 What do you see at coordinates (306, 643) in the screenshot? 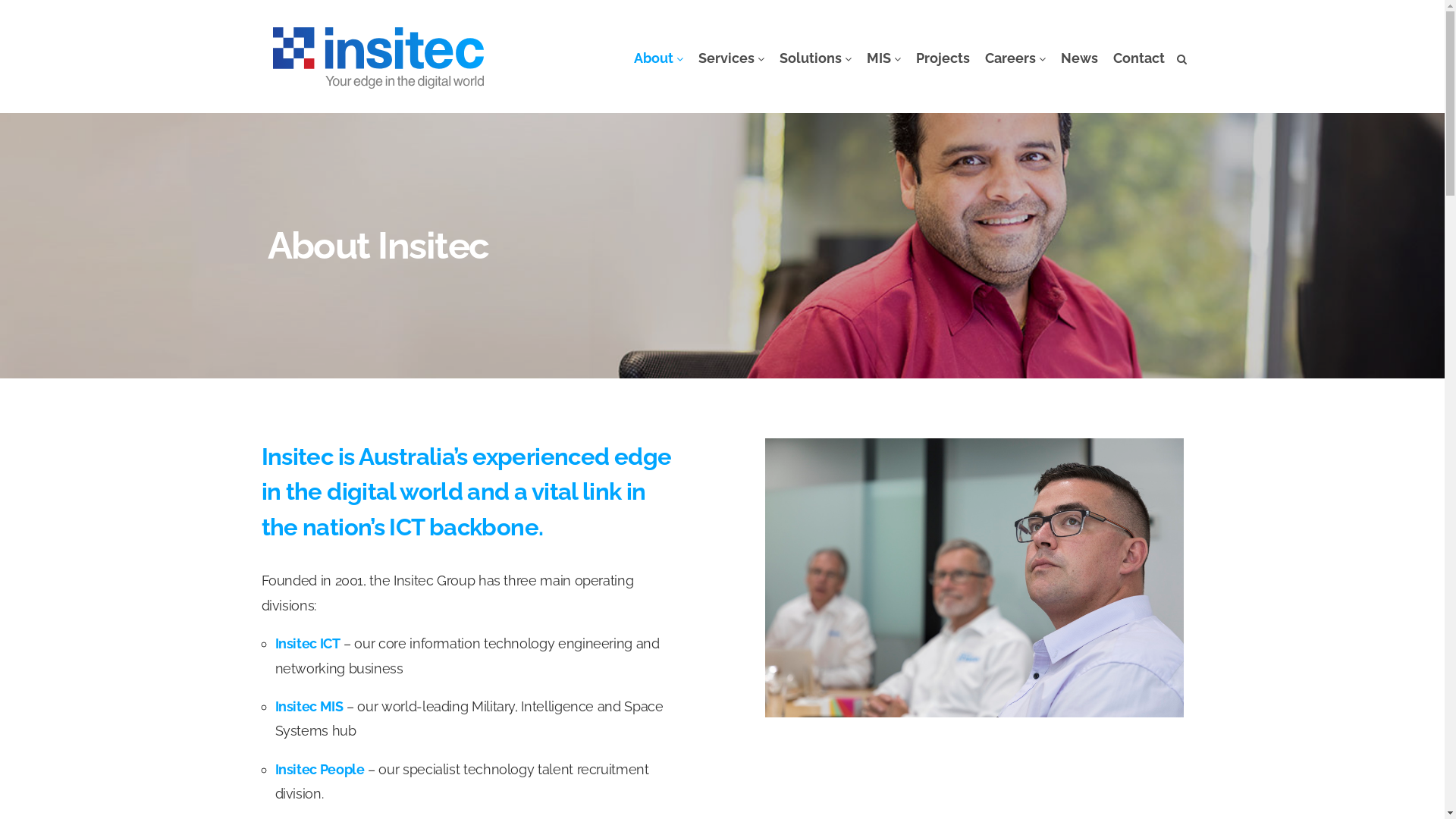
I see `'Insitec ICT'` at bounding box center [306, 643].